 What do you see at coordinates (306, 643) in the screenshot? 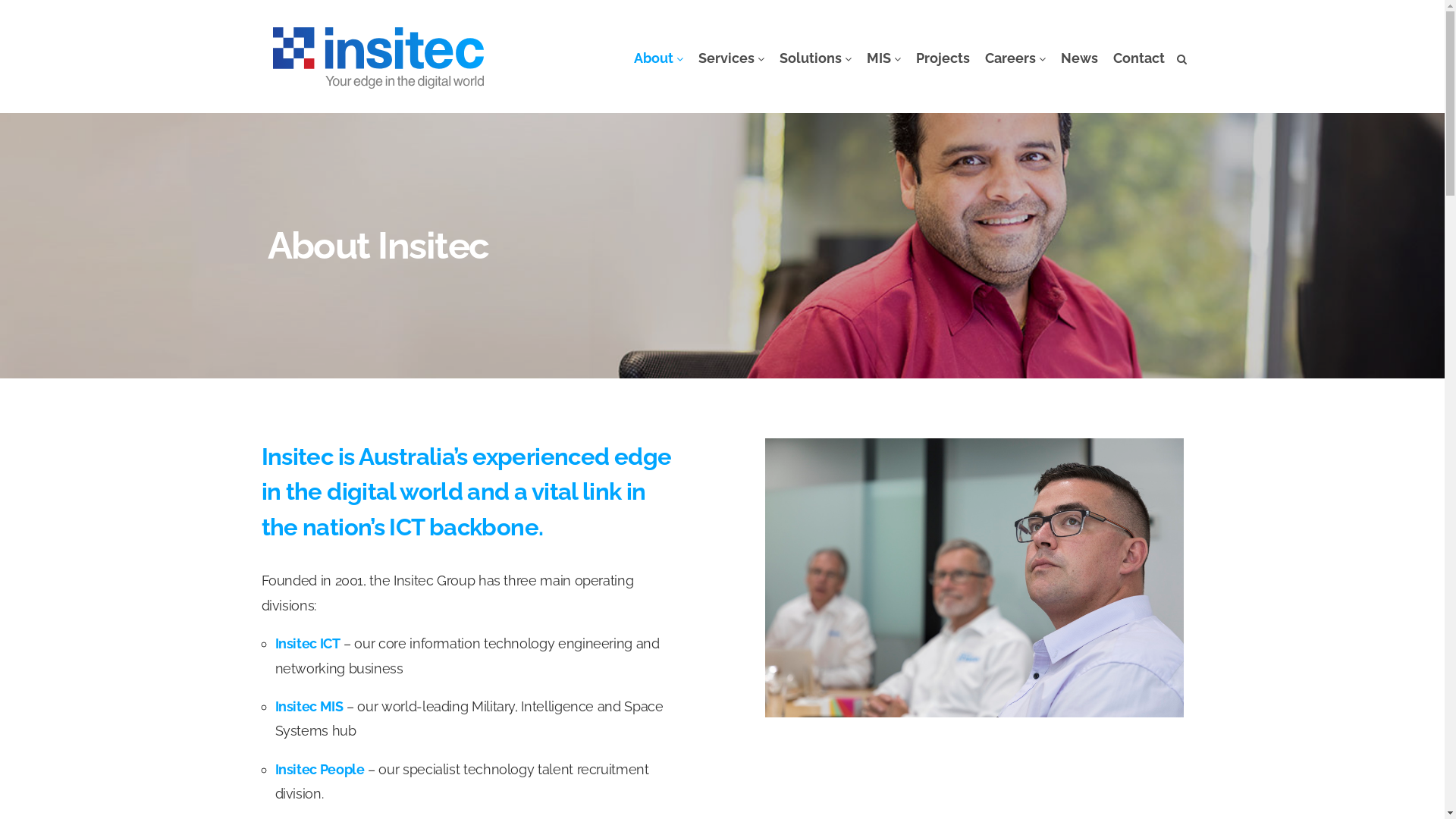
I see `'Insitec ICT'` at bounding box center [306, 643].